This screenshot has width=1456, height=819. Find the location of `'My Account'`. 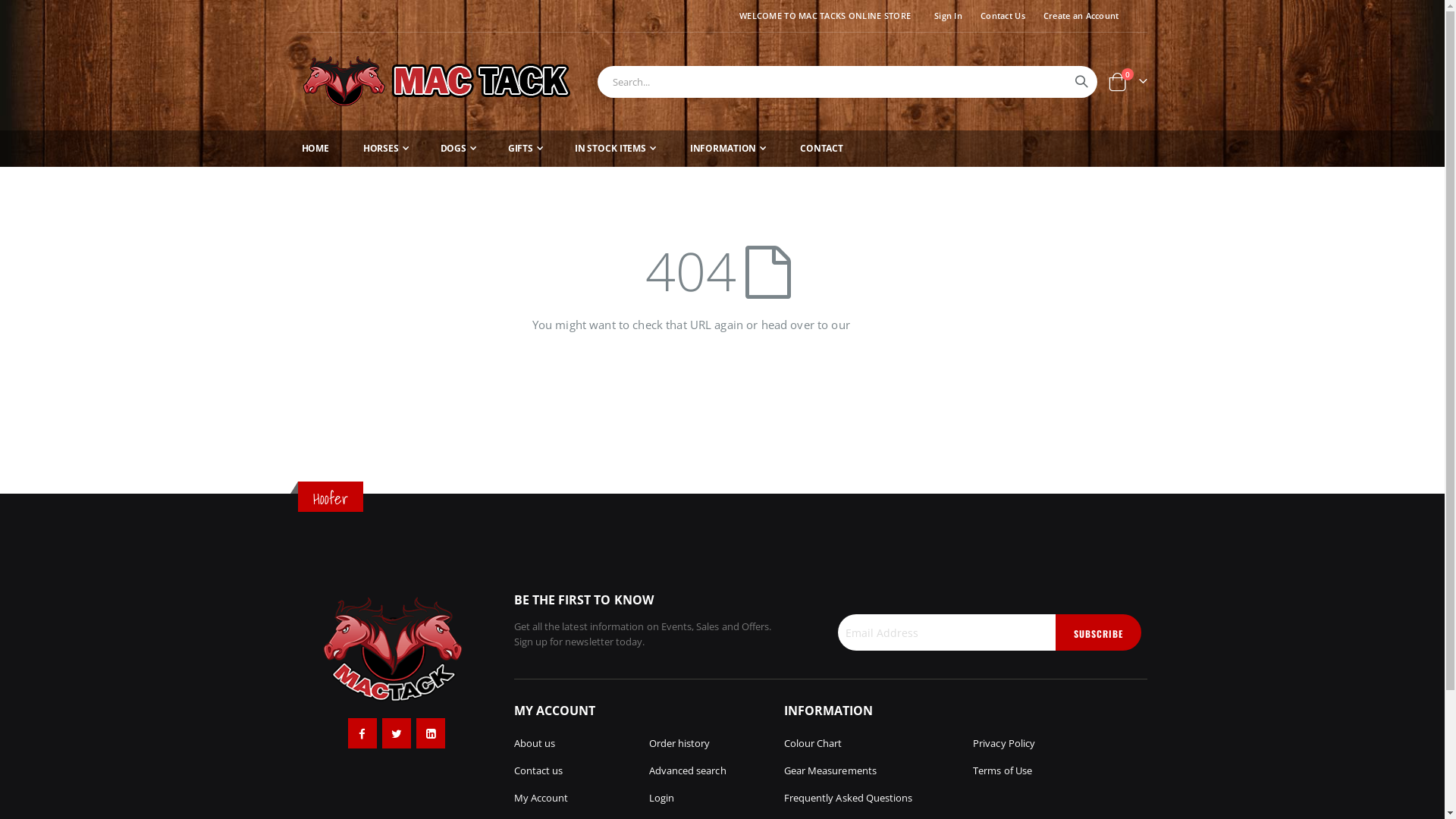

'My Account' is located at coordinates (541, 797).